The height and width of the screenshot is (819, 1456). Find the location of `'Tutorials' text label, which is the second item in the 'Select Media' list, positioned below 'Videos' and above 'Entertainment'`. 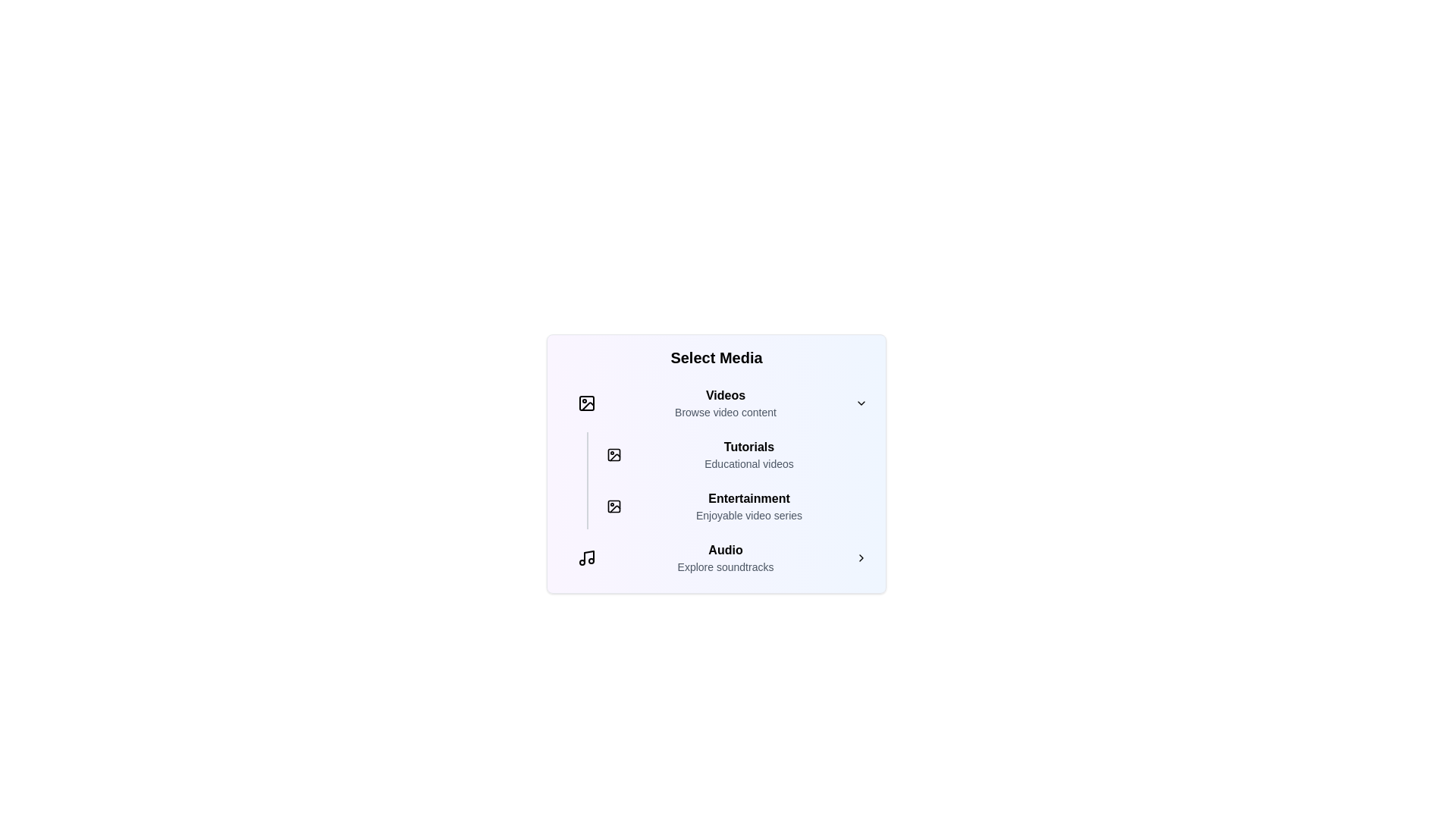

'Tutorials' text label, which is the second item in the 'Select Media' list, positioned below 'Videos' and above 'Entertainment' is located at coordinates (749, 447).